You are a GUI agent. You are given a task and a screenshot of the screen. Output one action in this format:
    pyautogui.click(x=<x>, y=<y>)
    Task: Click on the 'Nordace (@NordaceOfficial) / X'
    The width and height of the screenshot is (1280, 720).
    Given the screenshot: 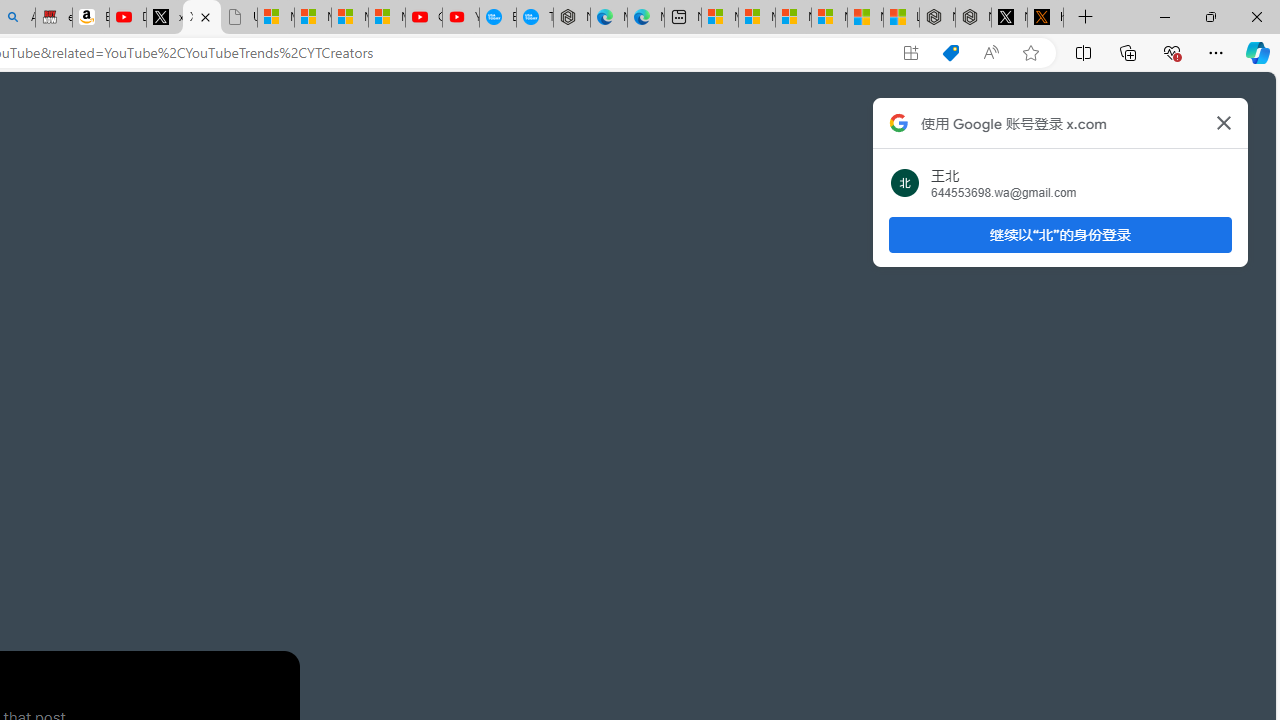 What is the action you would take?
    pyautogui.click(x=1009, y=17)
    